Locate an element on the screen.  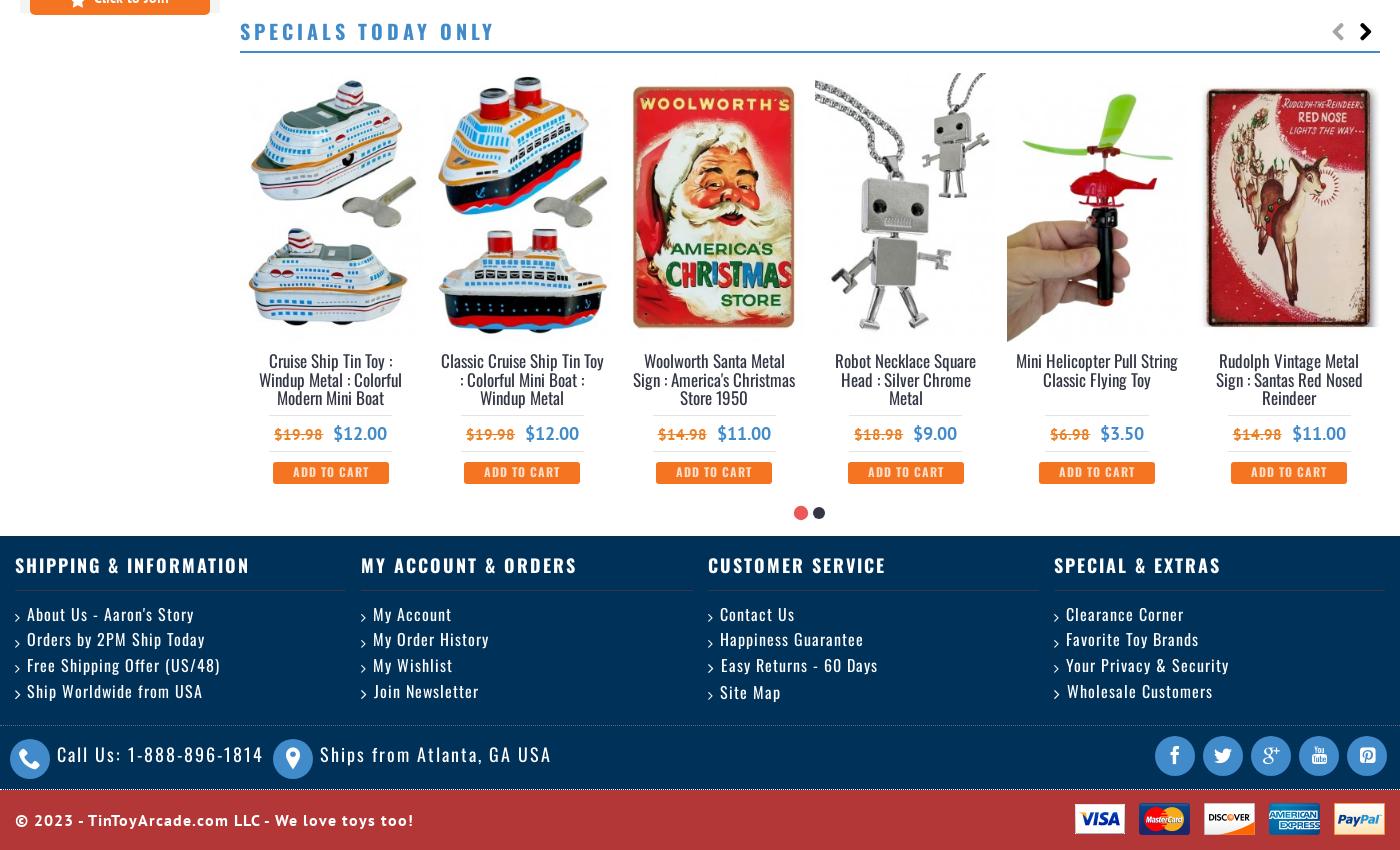
'Customer Service' is located at coordinates (707, 563).